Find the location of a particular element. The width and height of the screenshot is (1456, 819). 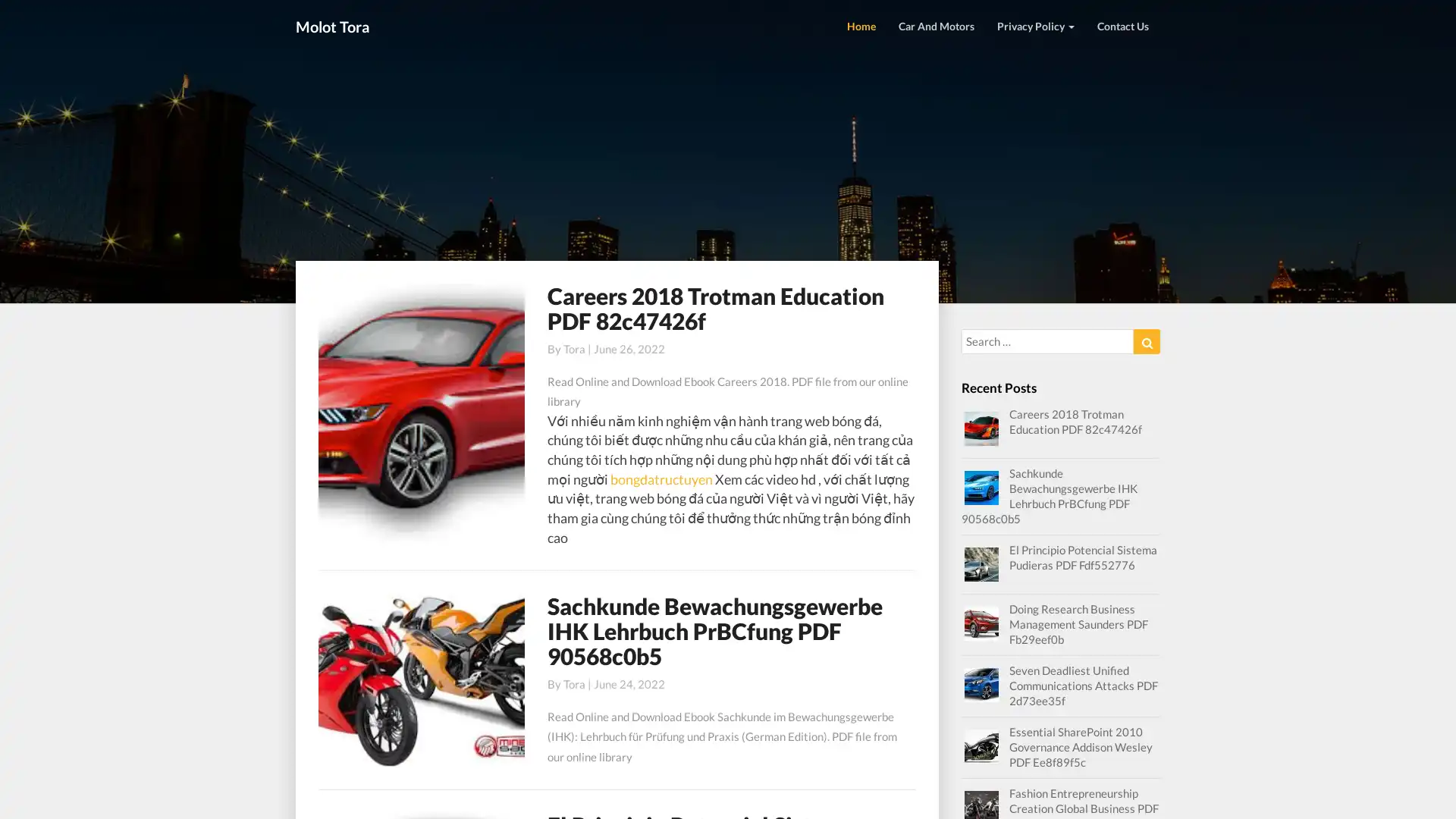

Search is located at coordinates (1147, 341).